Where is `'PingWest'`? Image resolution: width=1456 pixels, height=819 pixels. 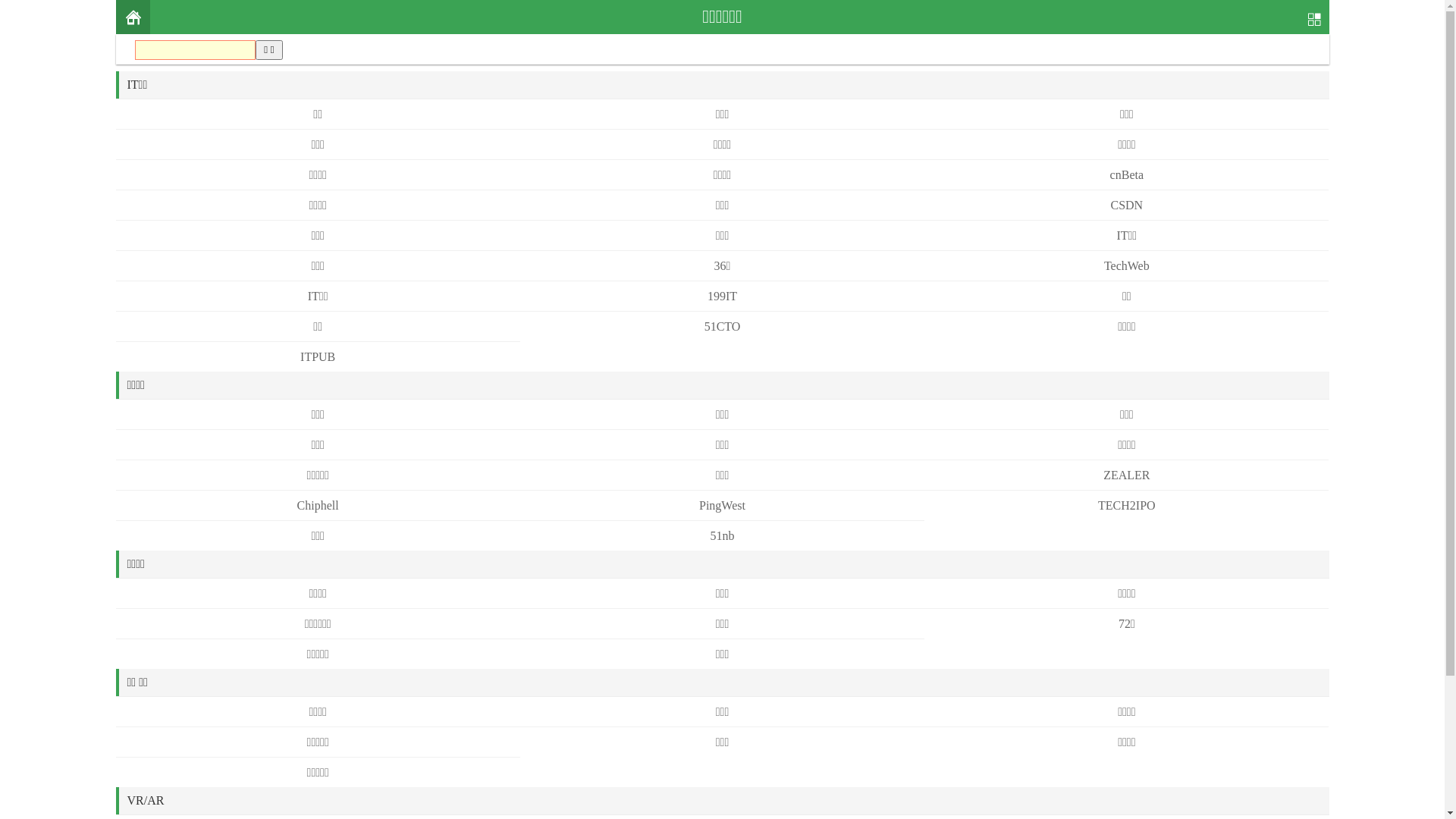 'PingWest' is located at coordinates (721, 505).